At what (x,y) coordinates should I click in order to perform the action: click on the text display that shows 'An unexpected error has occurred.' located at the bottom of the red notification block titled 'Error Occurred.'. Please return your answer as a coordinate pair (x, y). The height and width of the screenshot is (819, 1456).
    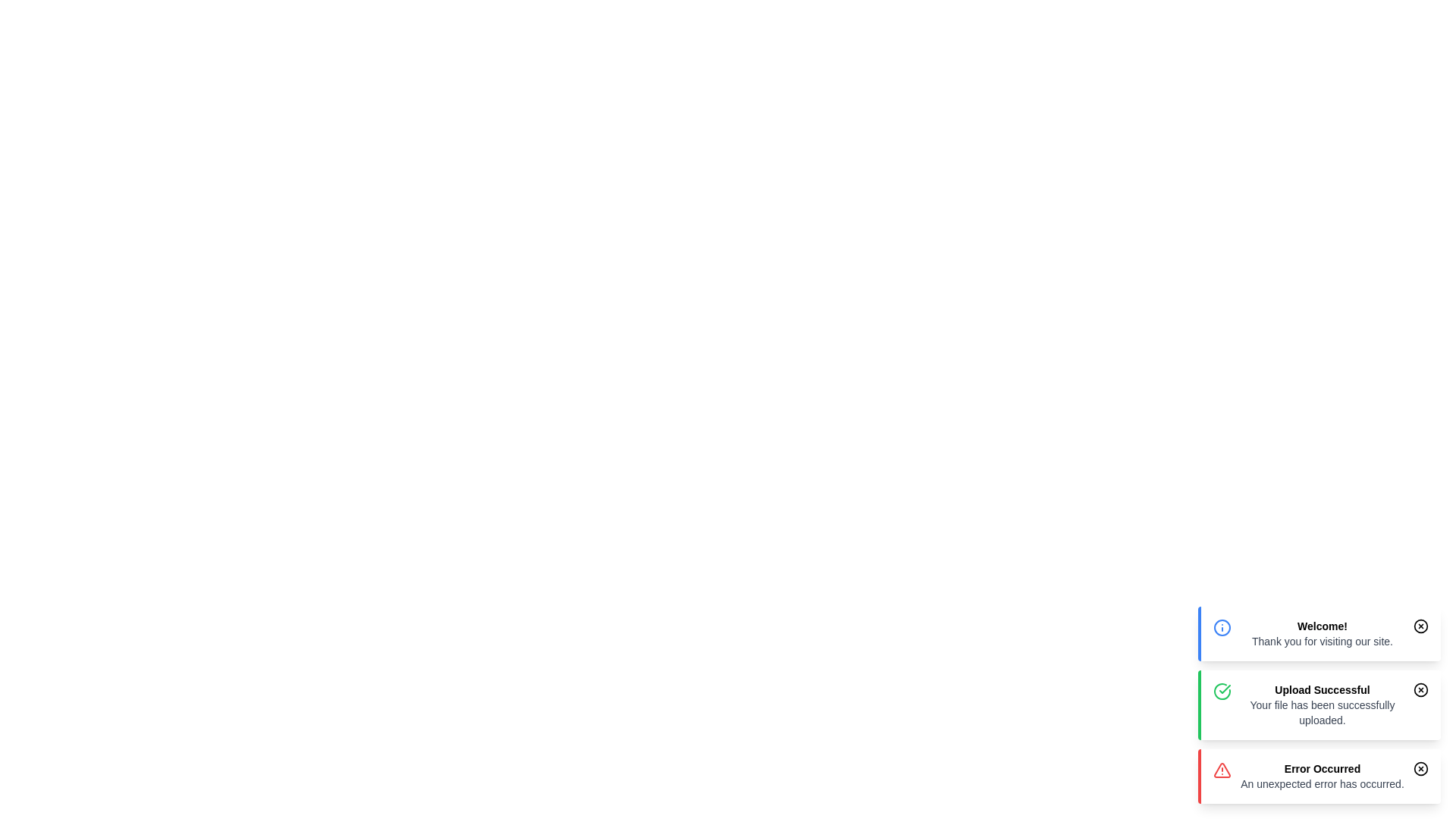
    Looking at the image, I should click on (1321, 783).